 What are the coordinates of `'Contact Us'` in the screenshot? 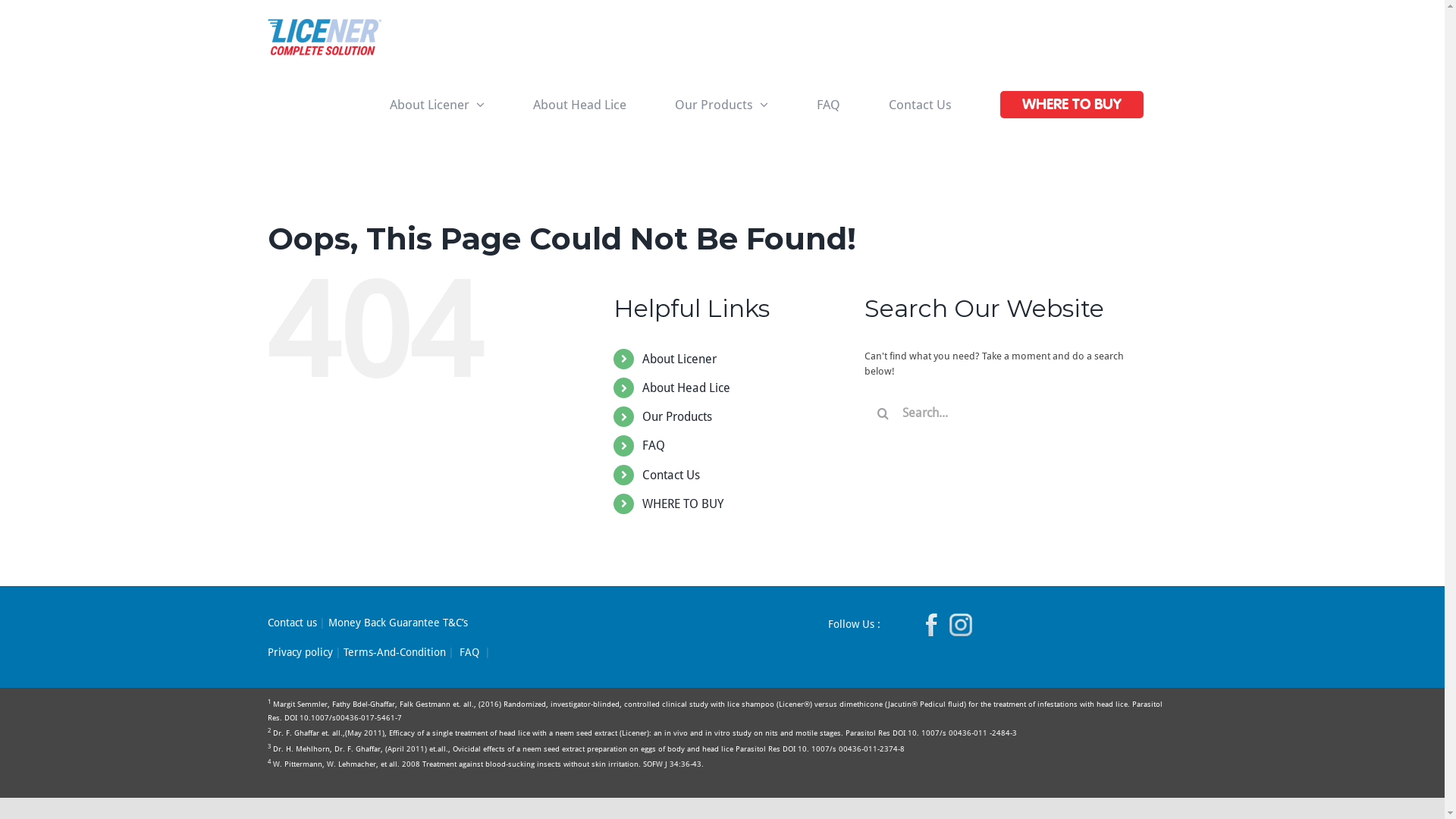 It's located at (919, 104).